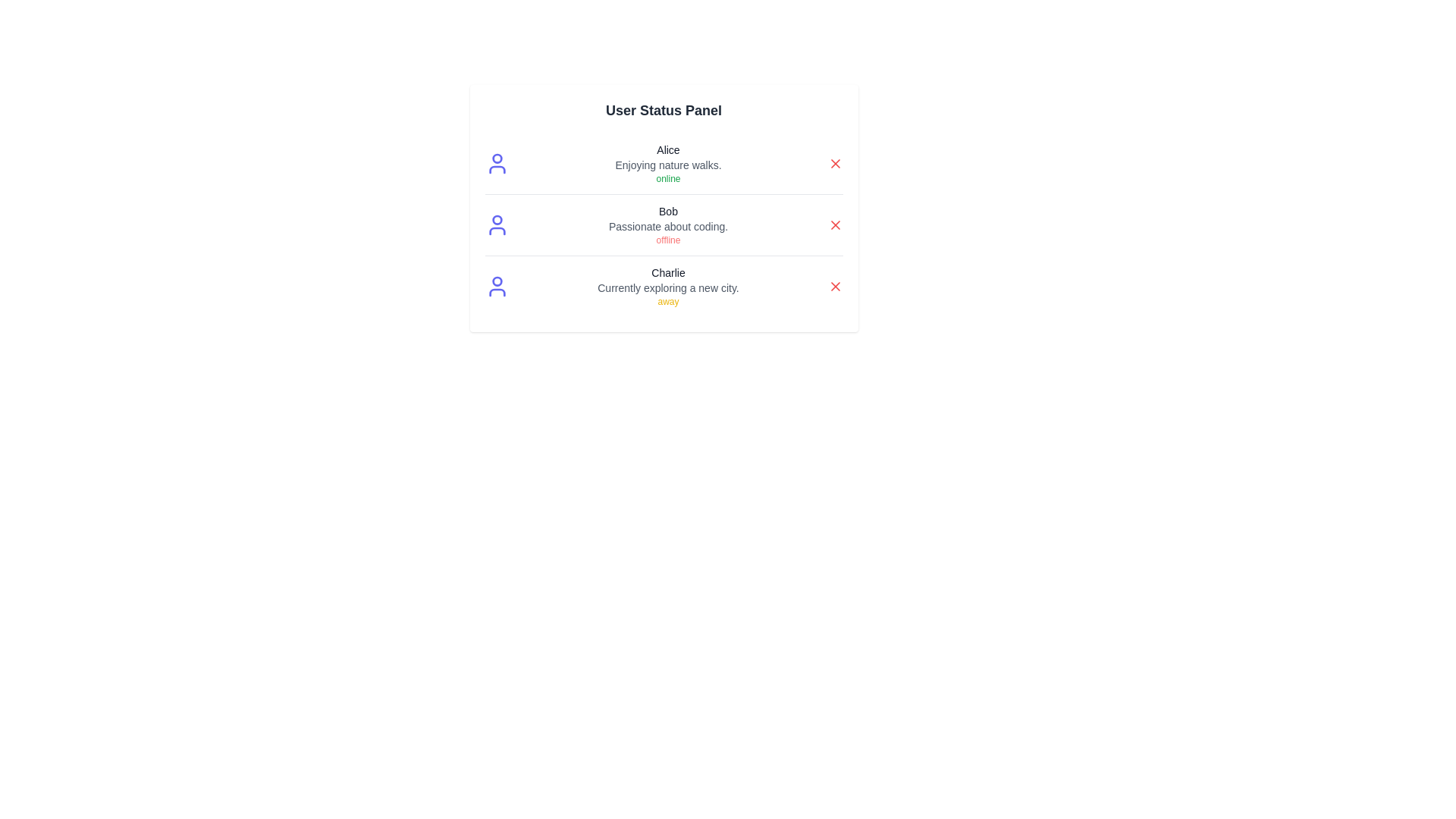  Describe the element at coordinates (667, 211) in the screenshot. I see `the static text element displaying 'Bob', which is medium-sized, slightly bold, and dark gray, located above the 'Passionate about coding.' text` at that location.